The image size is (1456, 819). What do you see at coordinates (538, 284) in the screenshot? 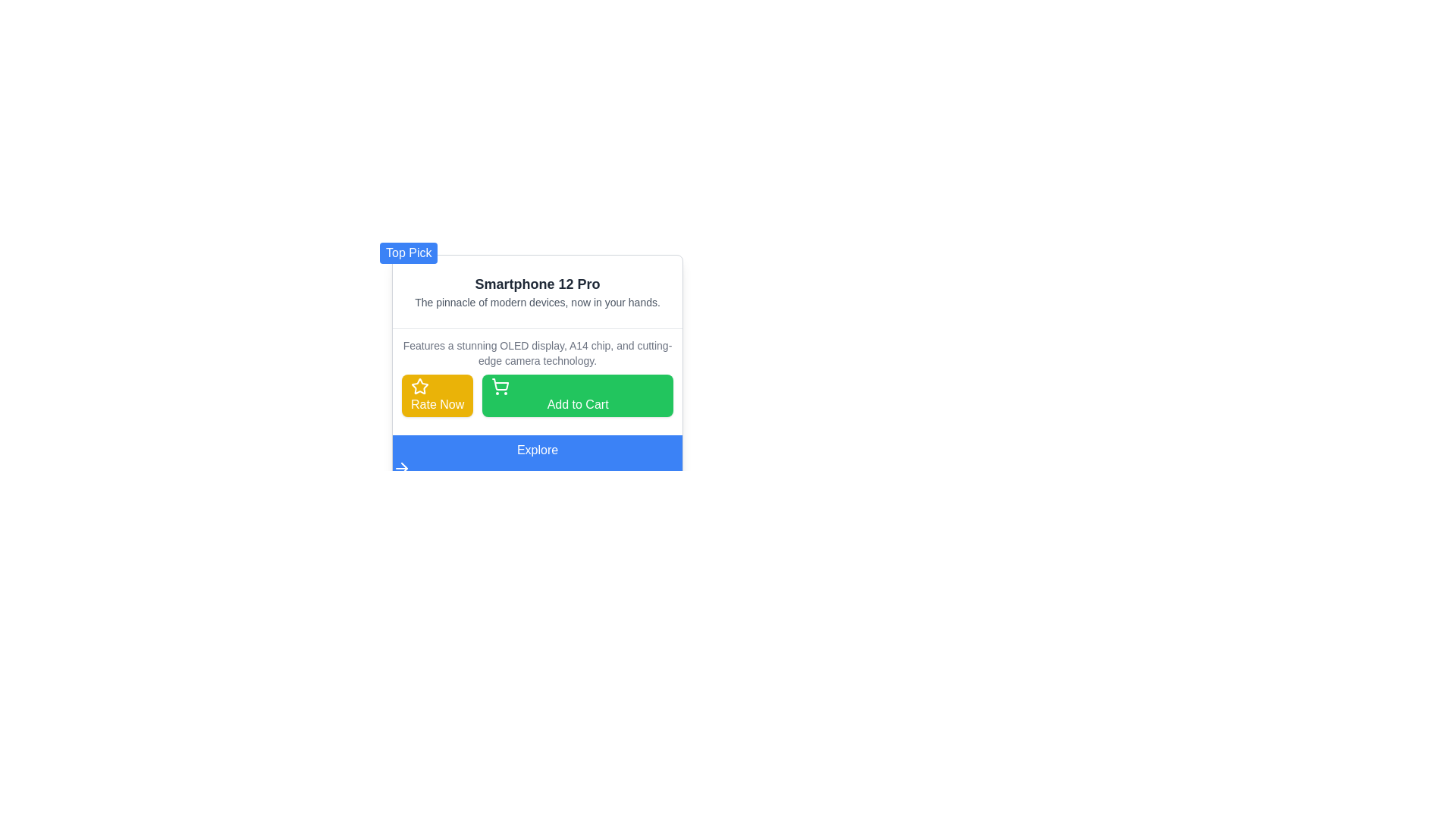
I see `the Text Label that serves as the title or headline for the card, which is located at the center of the card UI component` at bounding box center [538, 284].